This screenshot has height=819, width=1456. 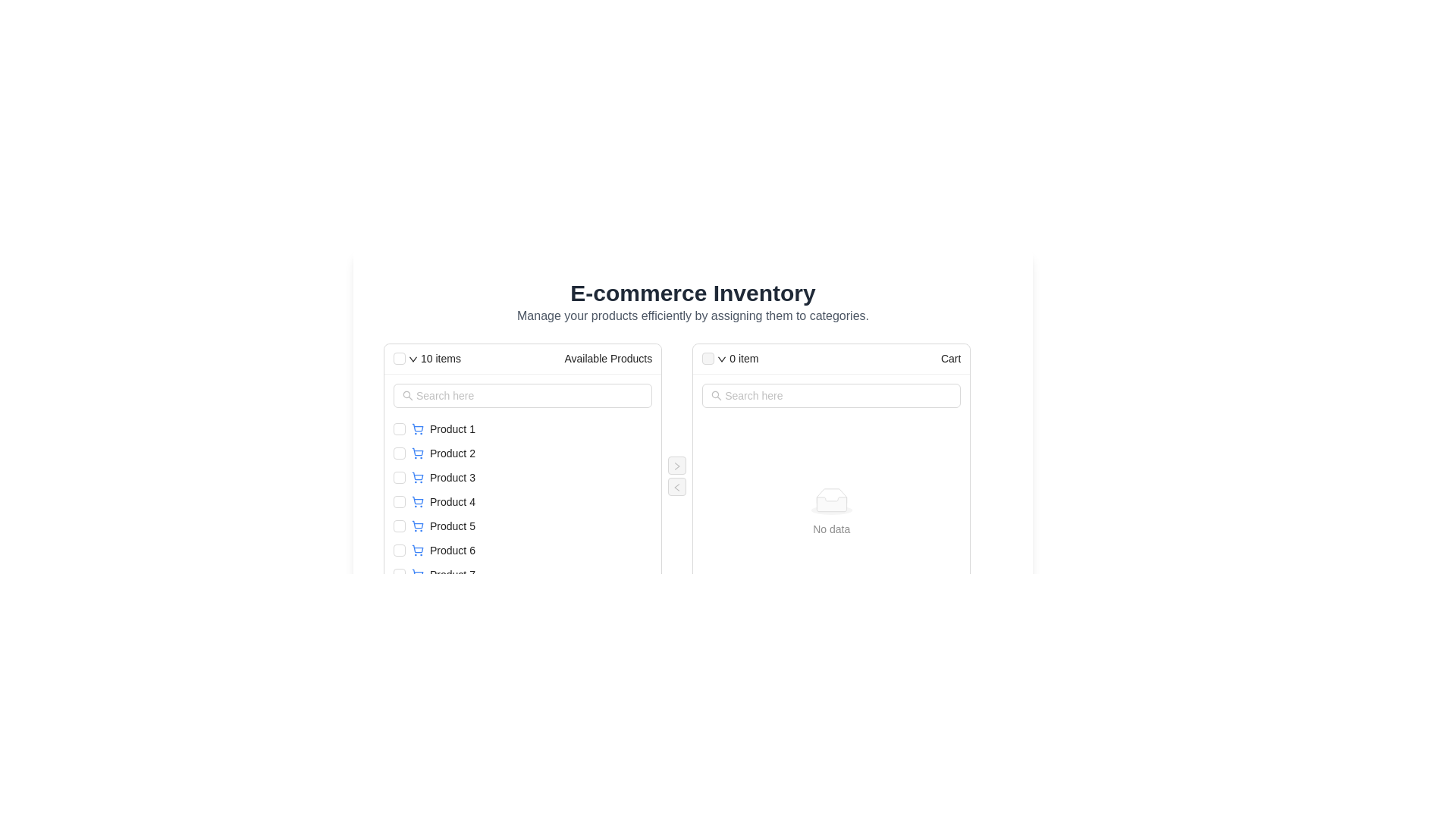 I want to click on the text label representing the first product in the 'Available Products' column to focus on the product name, so click(x=451, y=429).